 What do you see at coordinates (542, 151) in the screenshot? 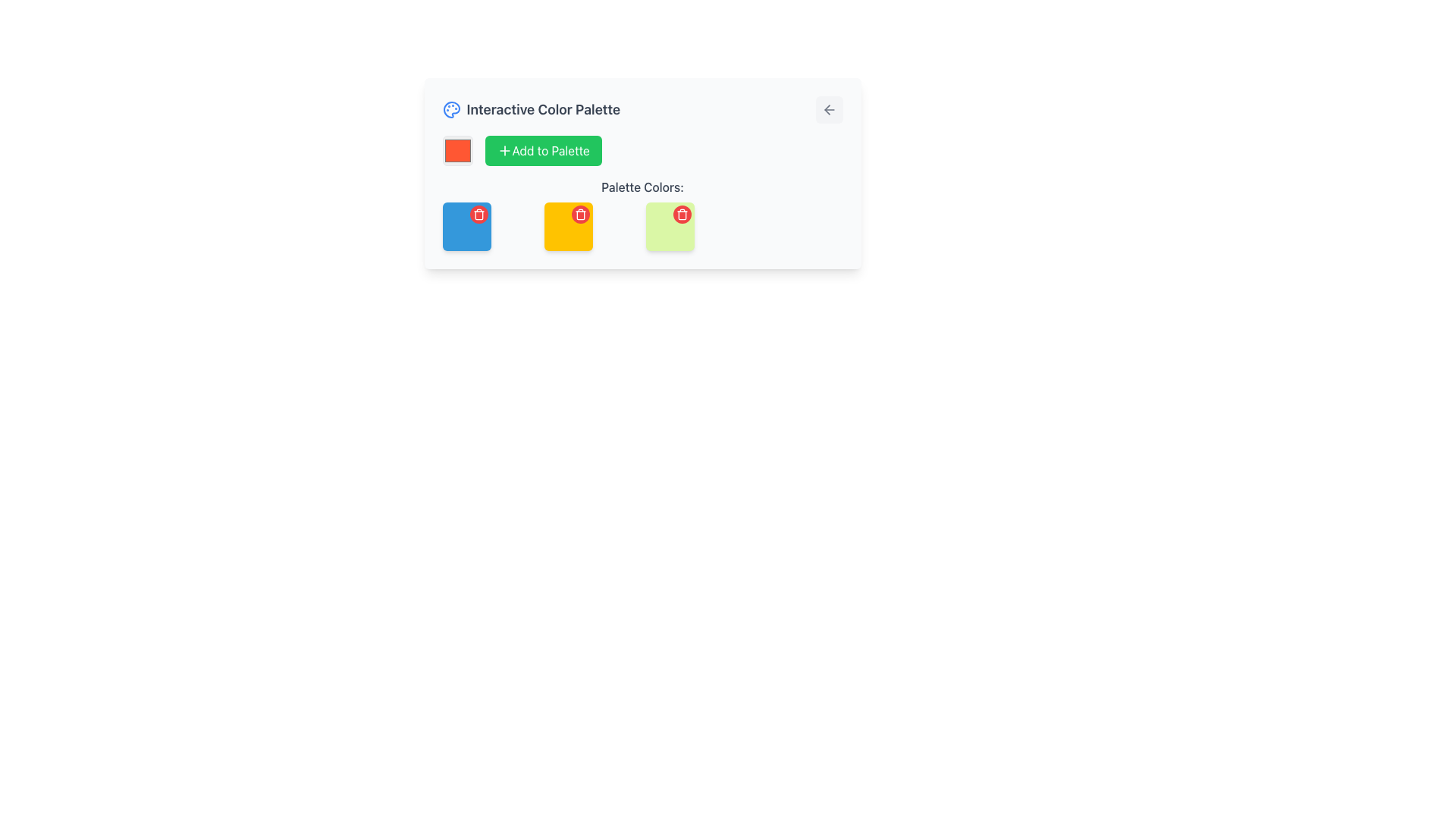
I see `the bright green 'Add to Palette' button with rounded corners, which is positioned to the right of the color swatch selection area` at bounding box center [542, 151].